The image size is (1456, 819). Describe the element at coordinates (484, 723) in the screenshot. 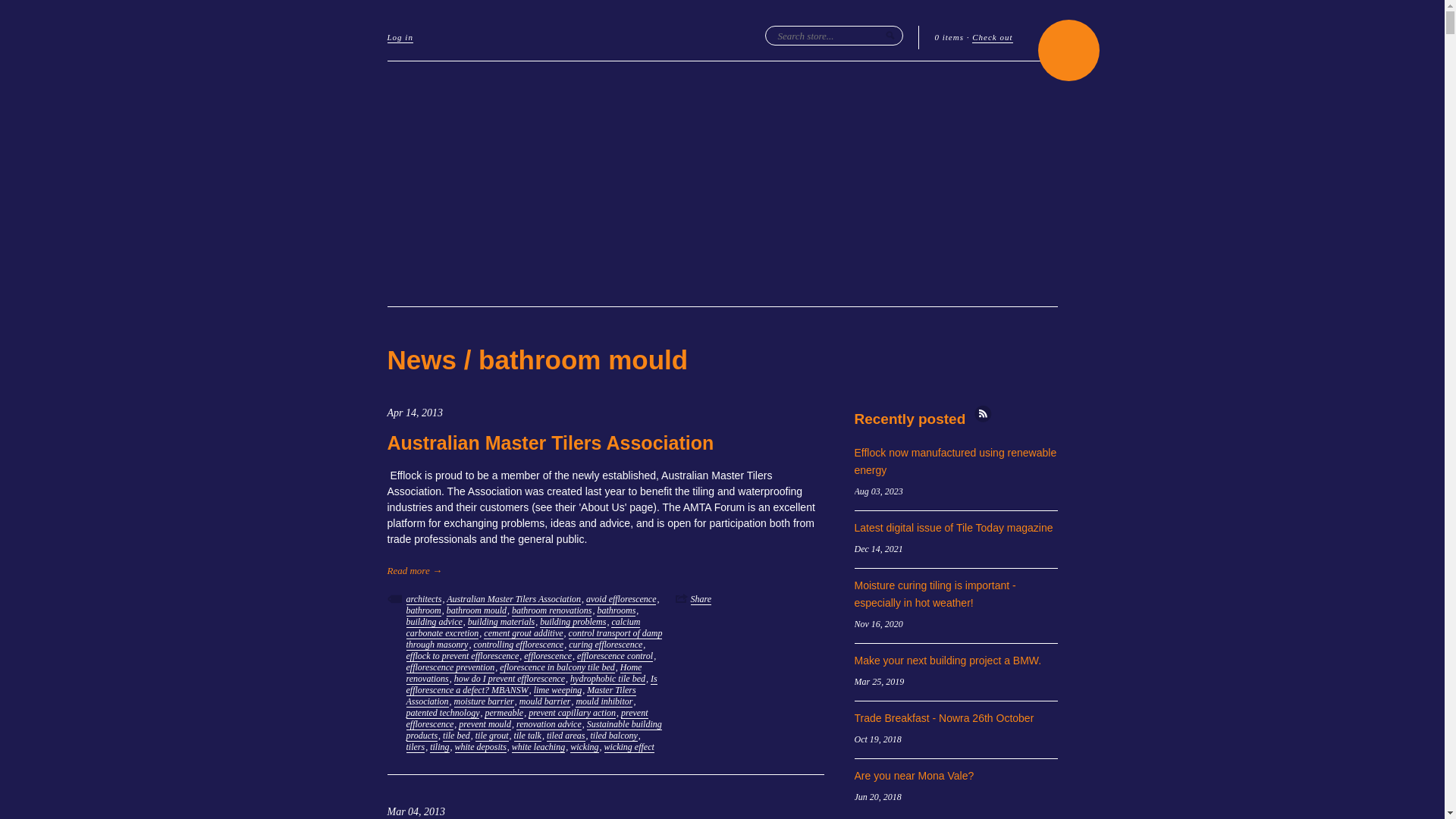

I see `'prevent mould'` at that location.